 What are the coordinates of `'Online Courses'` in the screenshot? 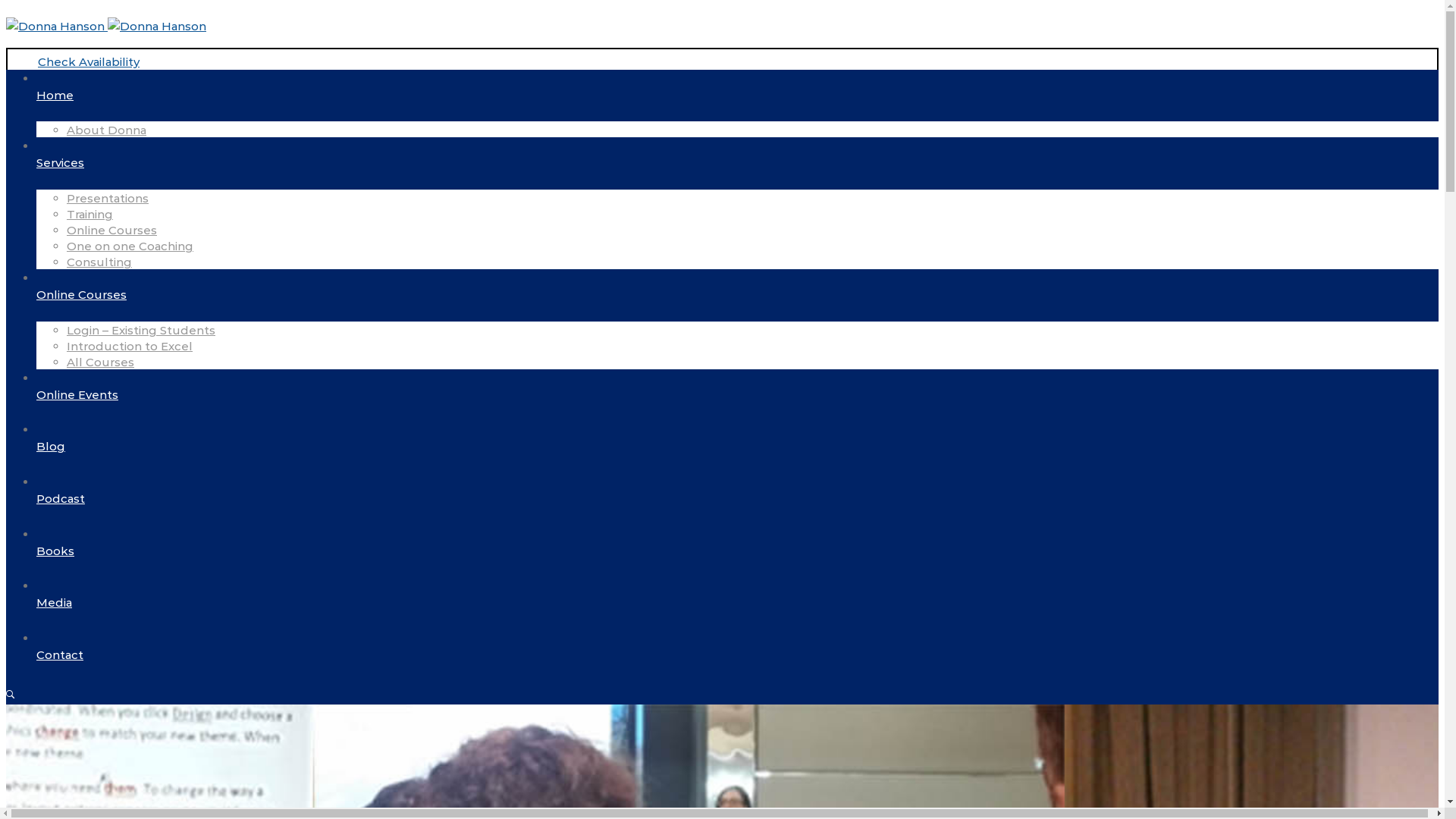 It's located at (737, 294).